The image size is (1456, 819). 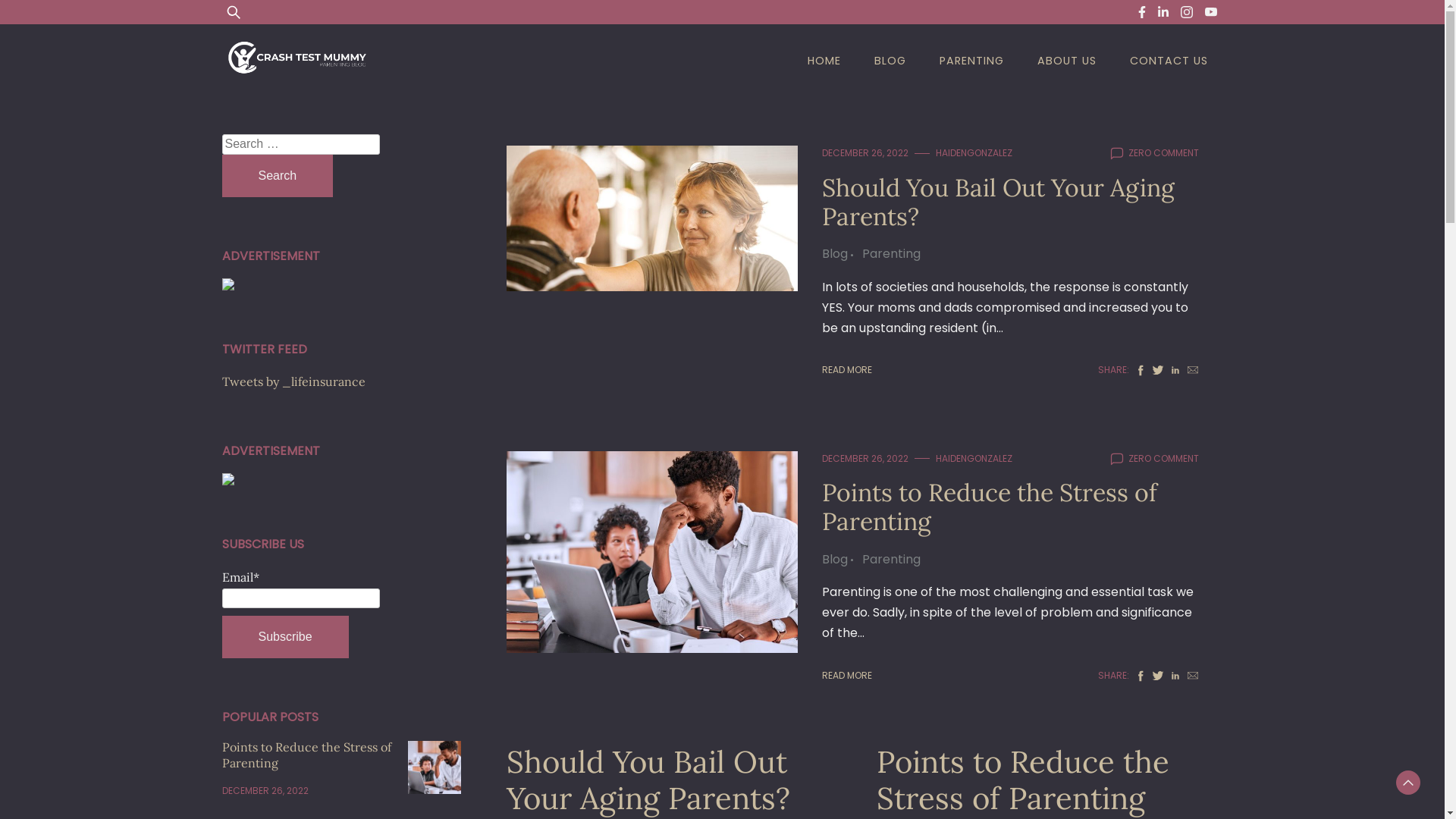 I want to click on 'Points to Reduce the Stress of Parenting', so click(x=305, y=755).